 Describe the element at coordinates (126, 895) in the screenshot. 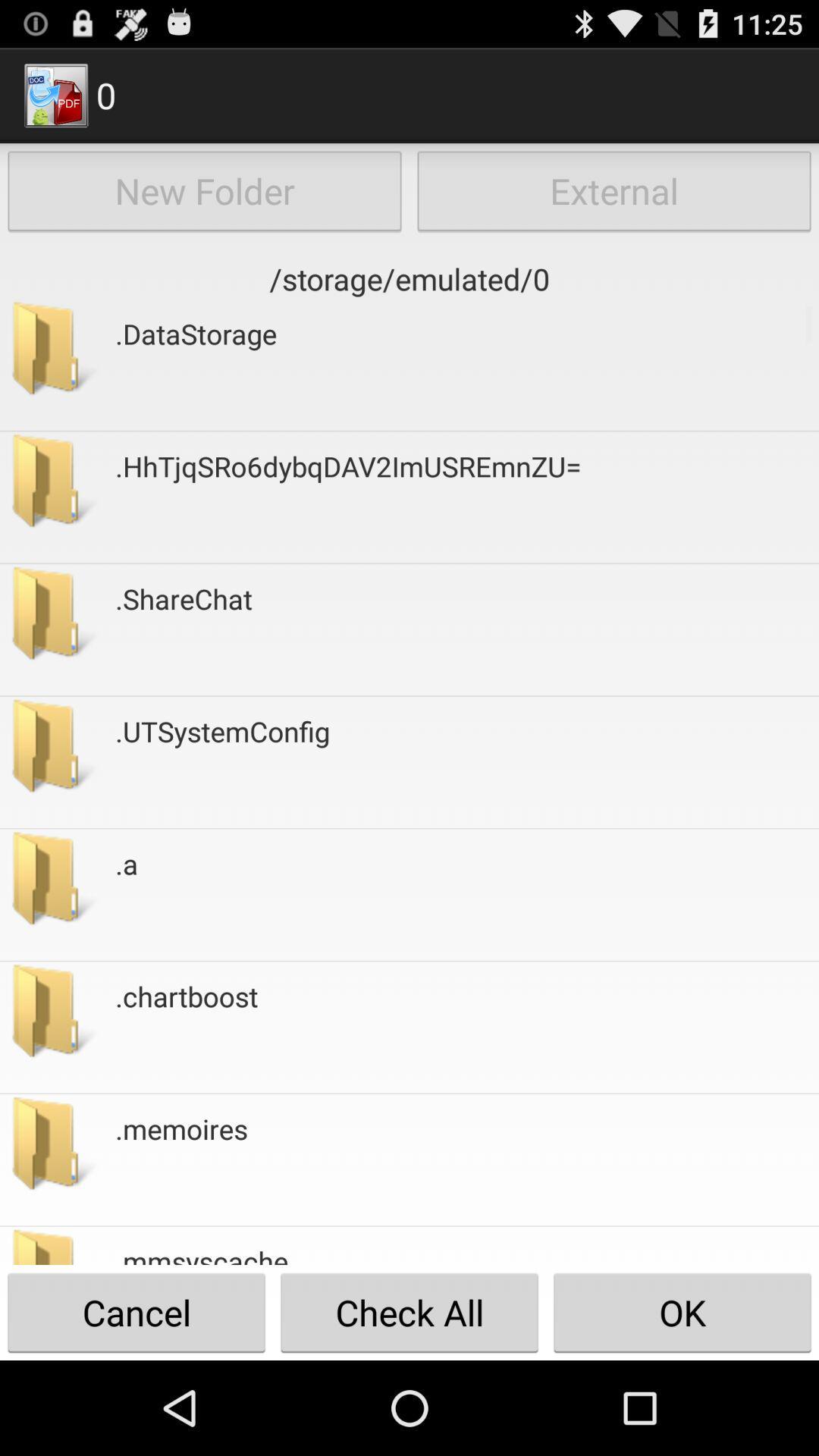

I see `.a` at that location.